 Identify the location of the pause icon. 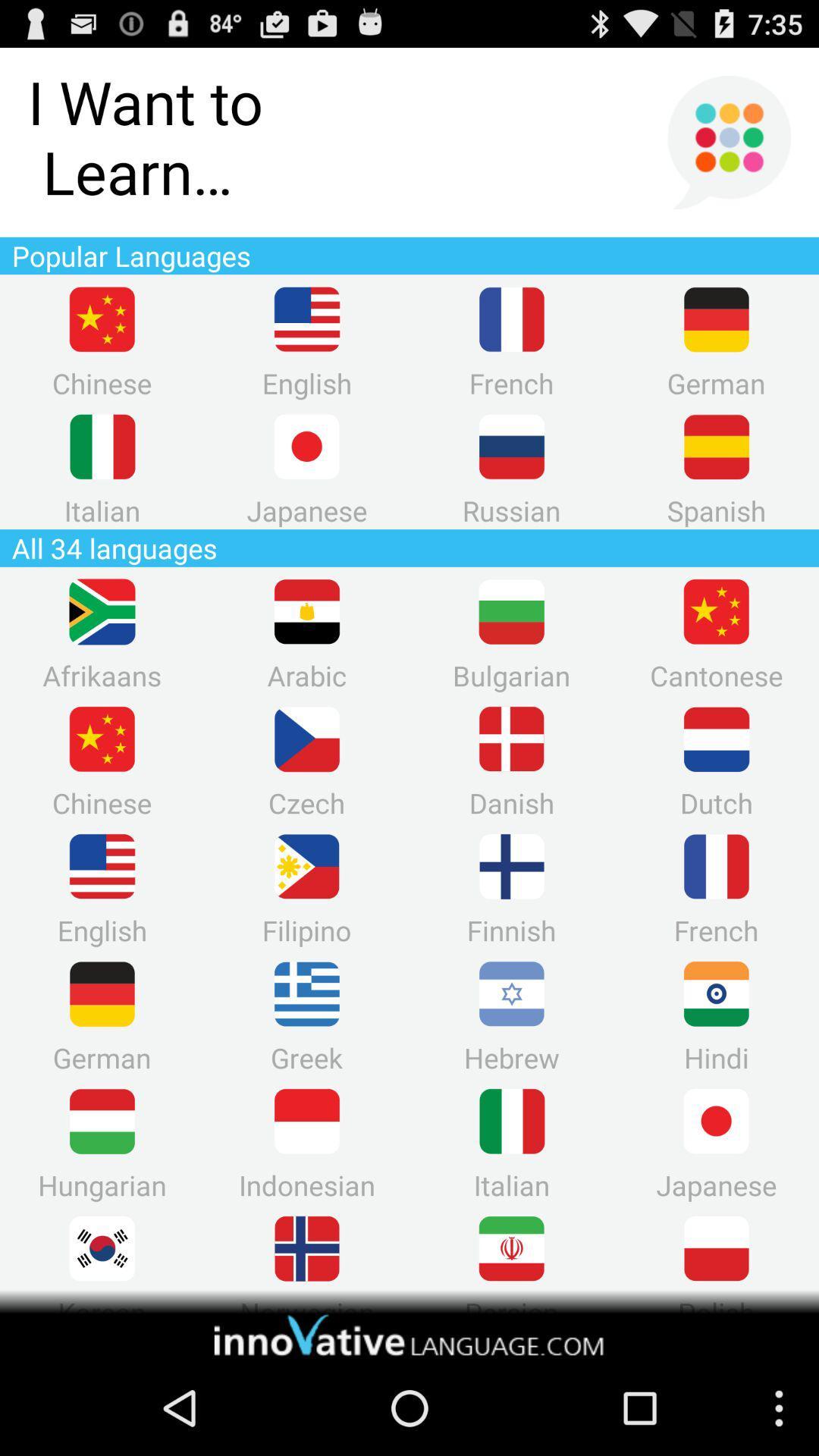
(102, 477).